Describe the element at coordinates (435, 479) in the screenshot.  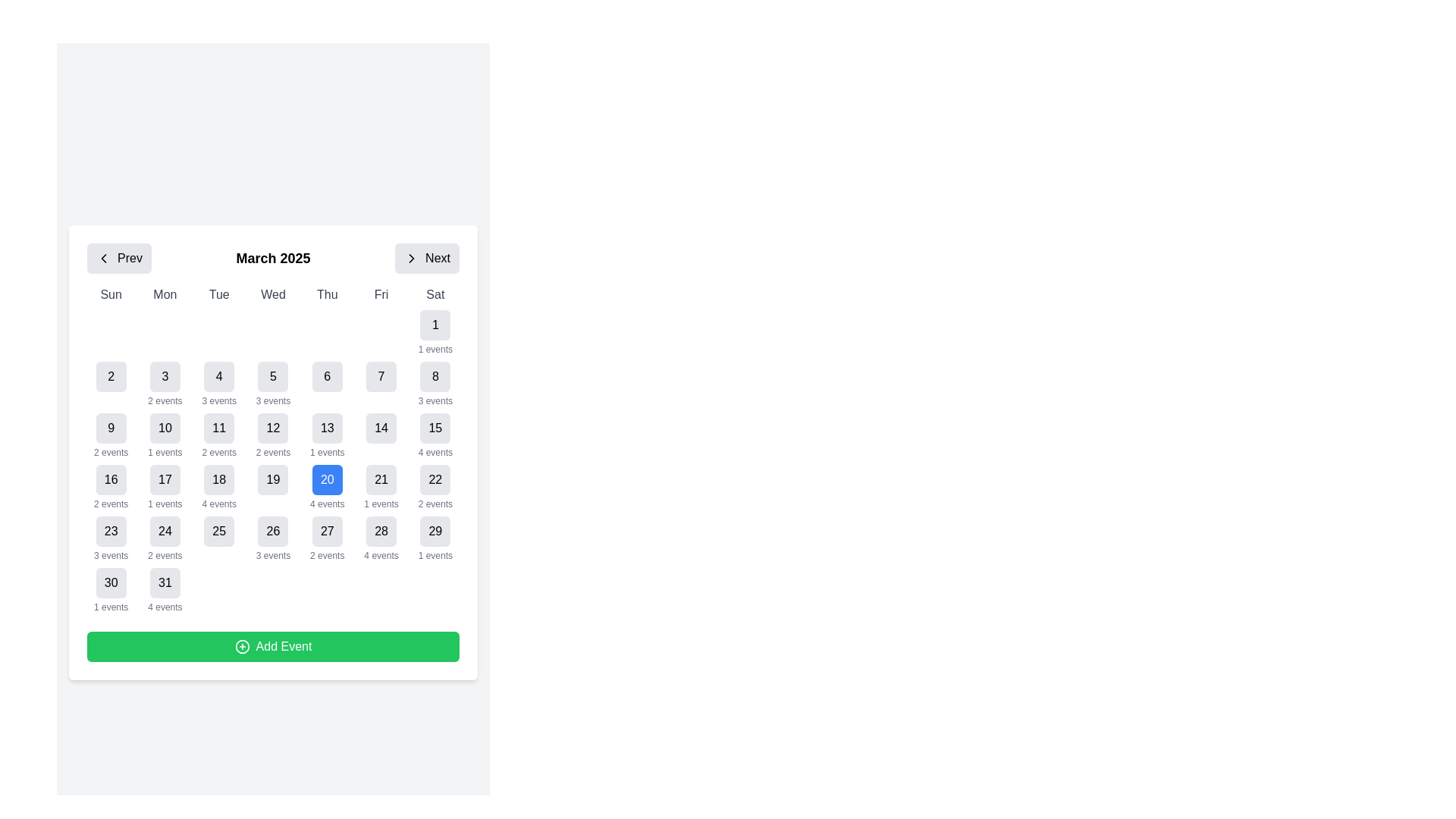
I see `the Interactive calendar date element for March 22, 2025` at that location.